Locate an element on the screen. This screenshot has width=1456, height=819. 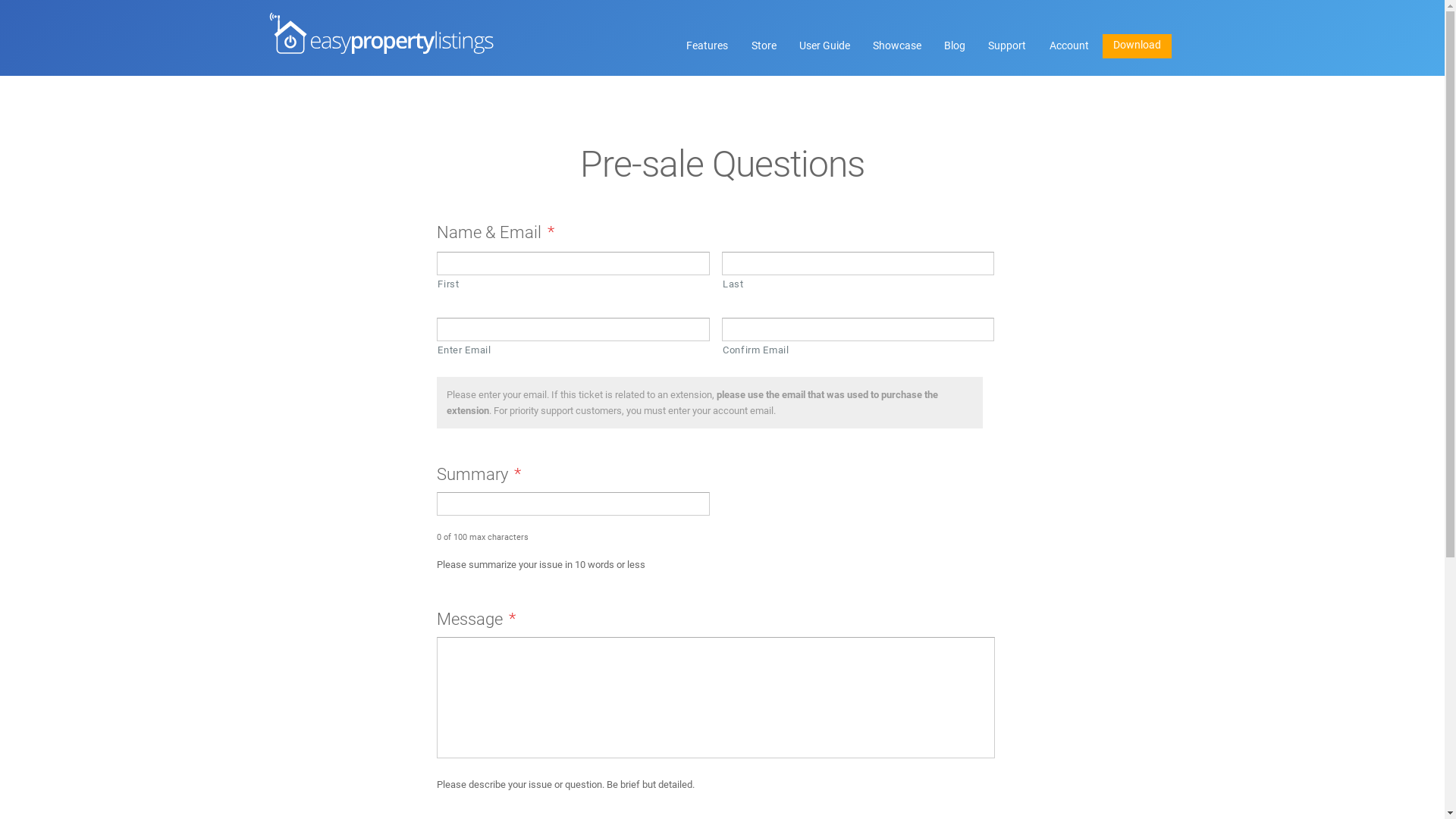
'Easy Property Listings' is located at coordinates (381, 33).